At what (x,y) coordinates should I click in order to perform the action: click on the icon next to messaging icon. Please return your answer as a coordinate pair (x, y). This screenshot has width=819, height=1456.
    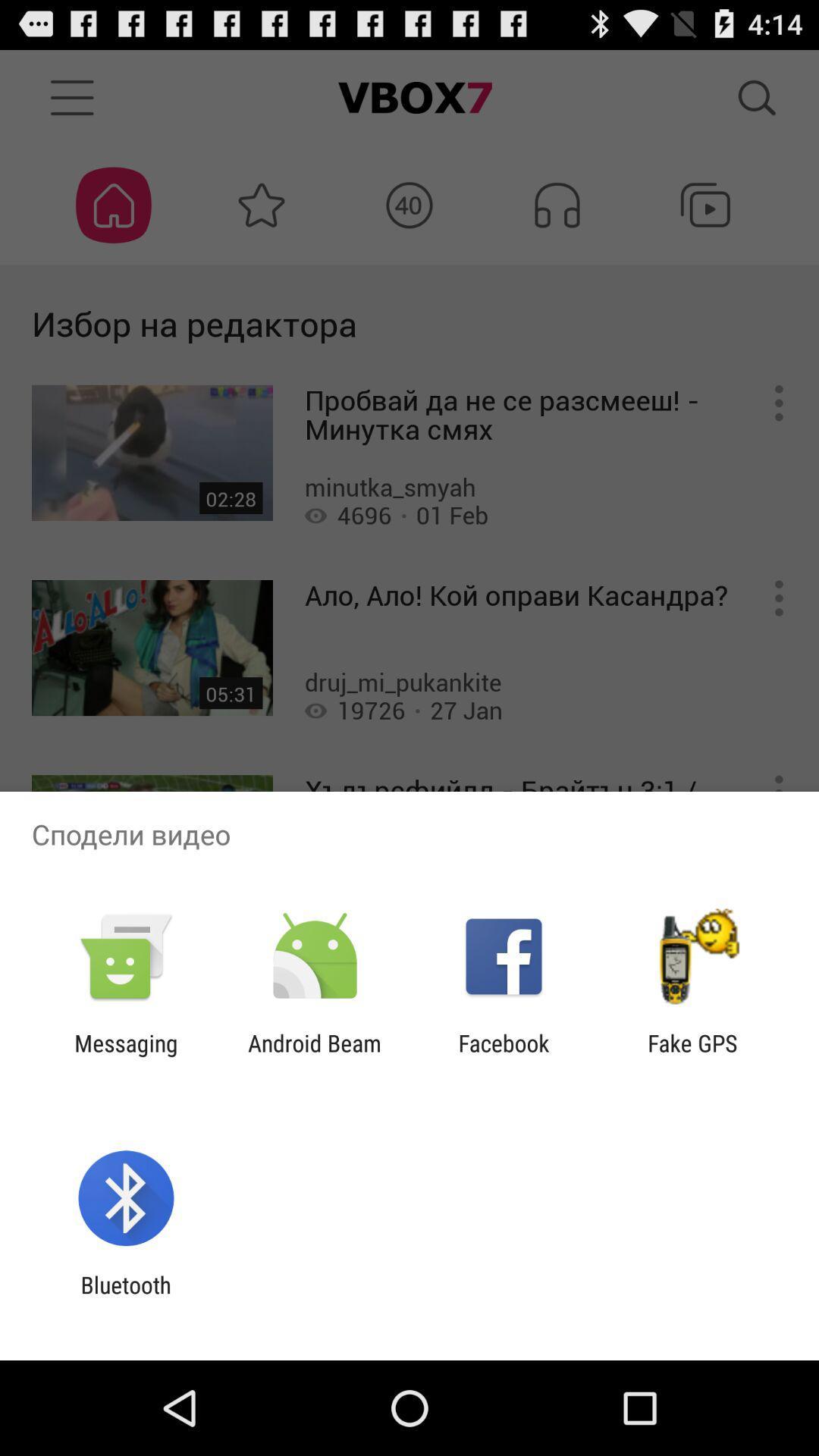
    Looking at the image, I should click on (314, 1056).